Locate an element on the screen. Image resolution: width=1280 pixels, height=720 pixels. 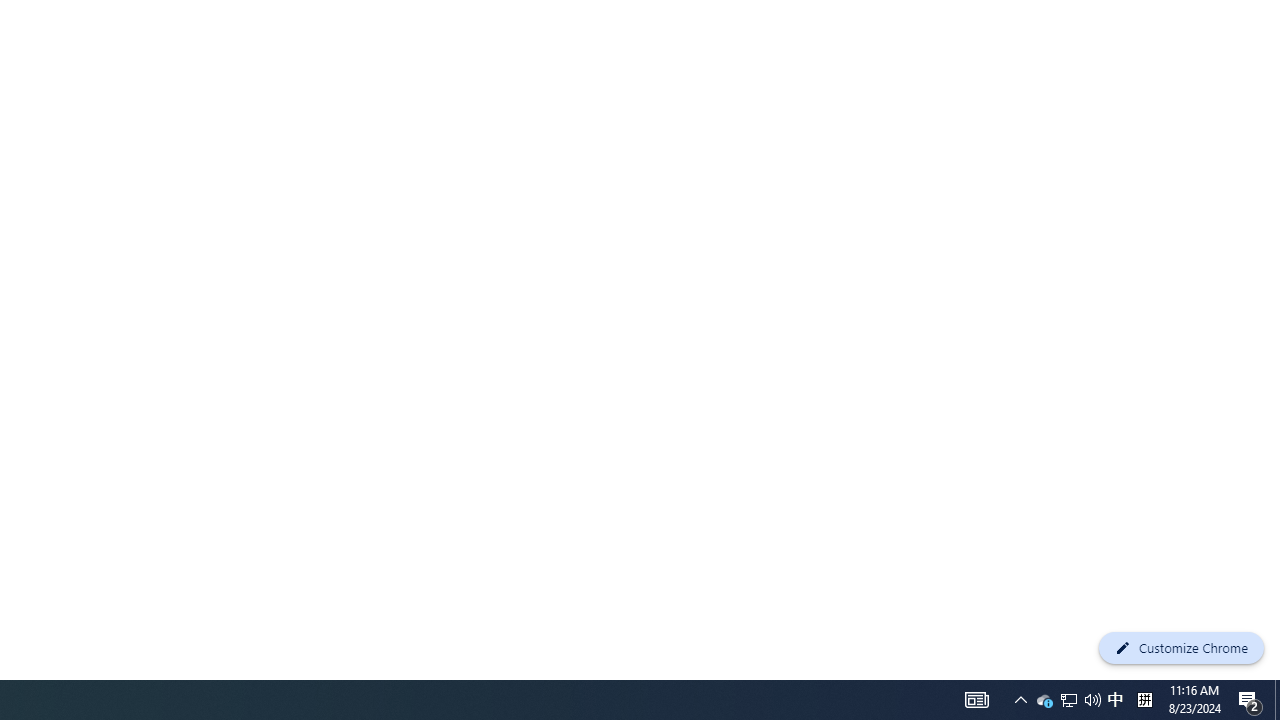
'User Promoted Notification Area' is located at coordinates (1020, 698).